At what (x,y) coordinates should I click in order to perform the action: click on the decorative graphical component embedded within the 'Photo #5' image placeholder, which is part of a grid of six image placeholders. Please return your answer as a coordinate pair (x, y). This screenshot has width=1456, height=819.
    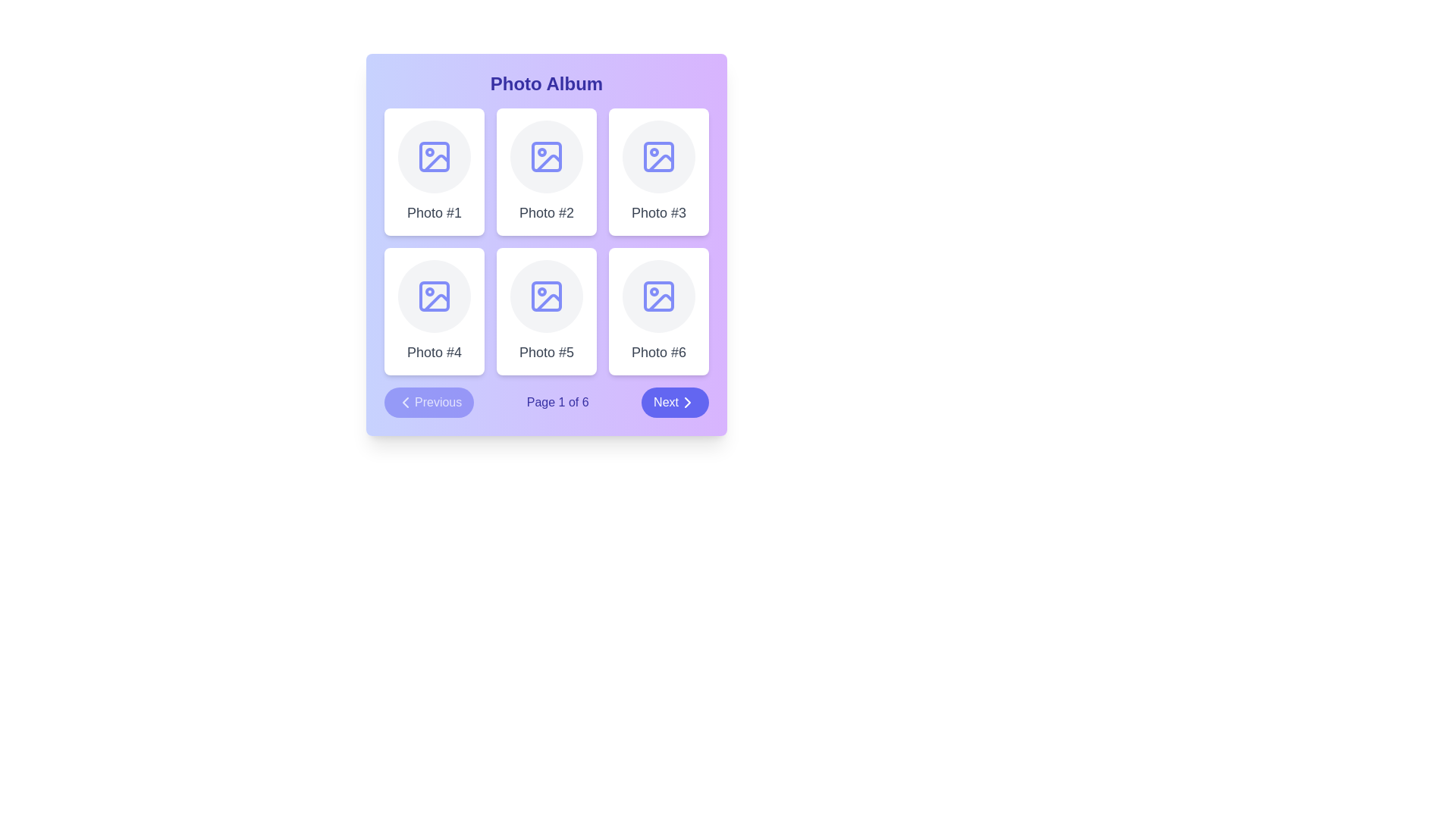
    Looking at the image, I should click on (546, 296).